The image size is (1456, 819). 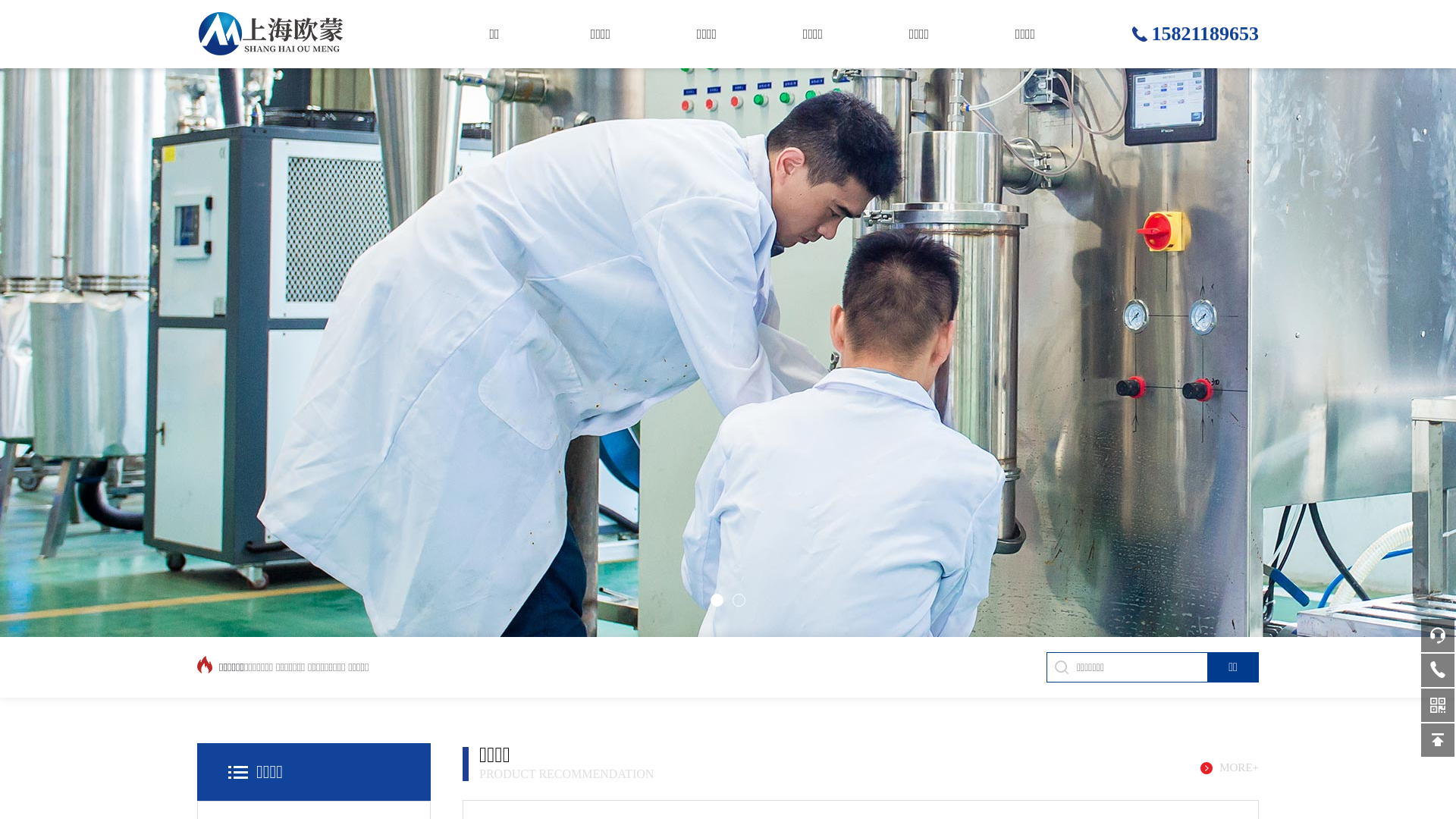 What do you see at coordinates (1200, 767) in the screenshot?
I see `'MORE+'` at bounding box center [1200, 767].